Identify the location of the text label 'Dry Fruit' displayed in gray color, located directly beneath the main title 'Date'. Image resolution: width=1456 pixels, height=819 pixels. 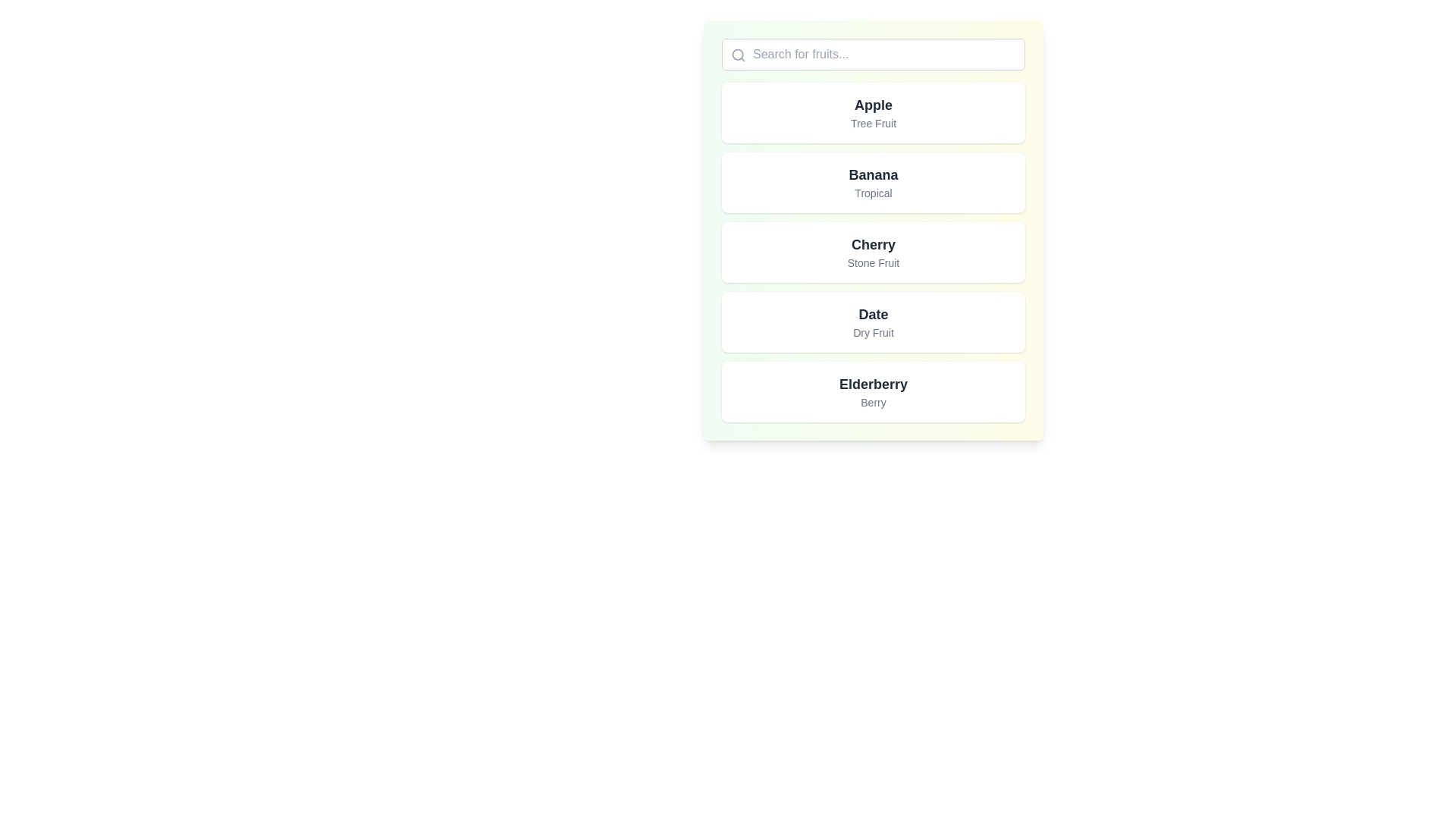
(874, 332).